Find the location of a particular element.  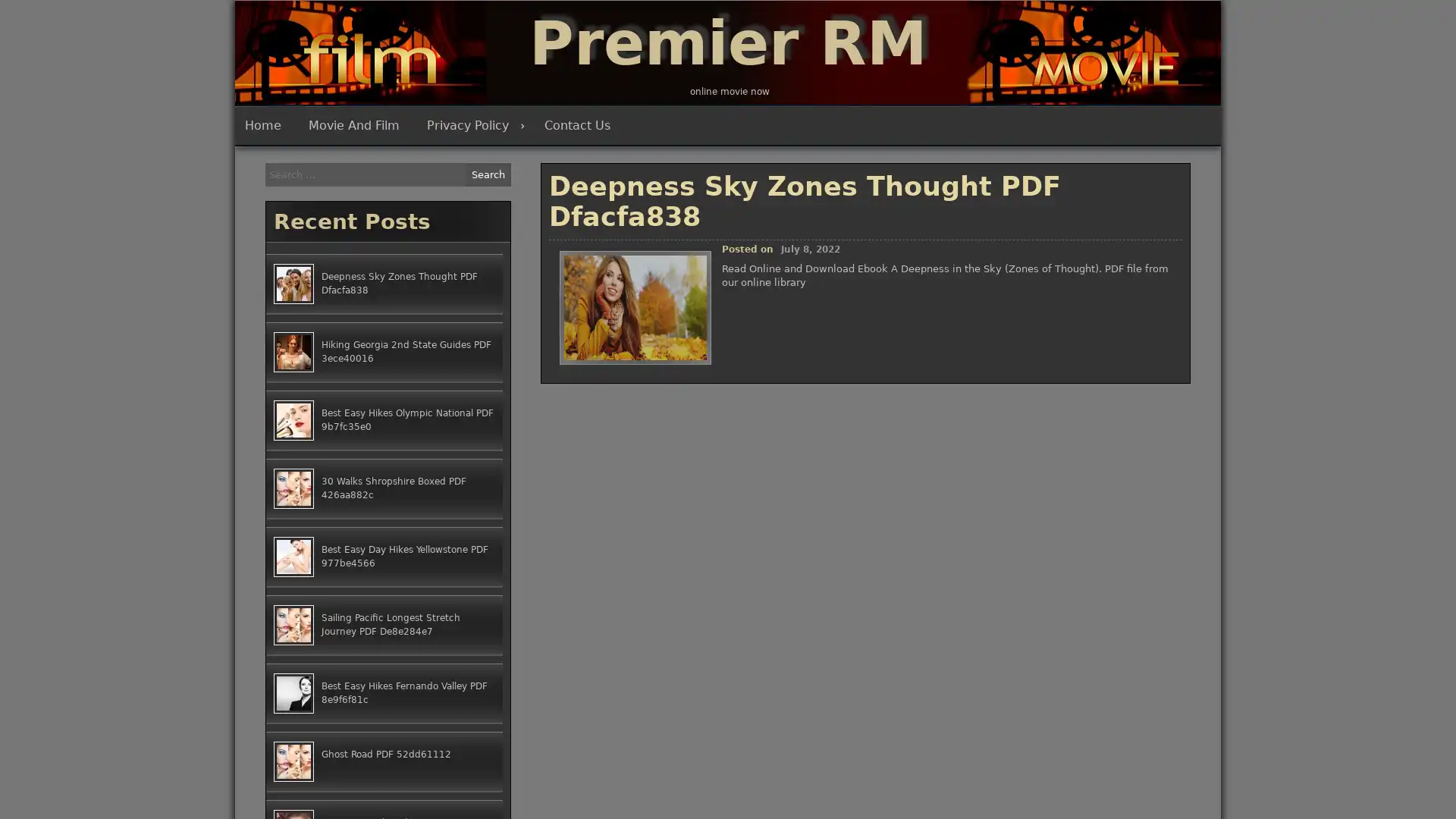

Search is located at coordinates (488, 174).